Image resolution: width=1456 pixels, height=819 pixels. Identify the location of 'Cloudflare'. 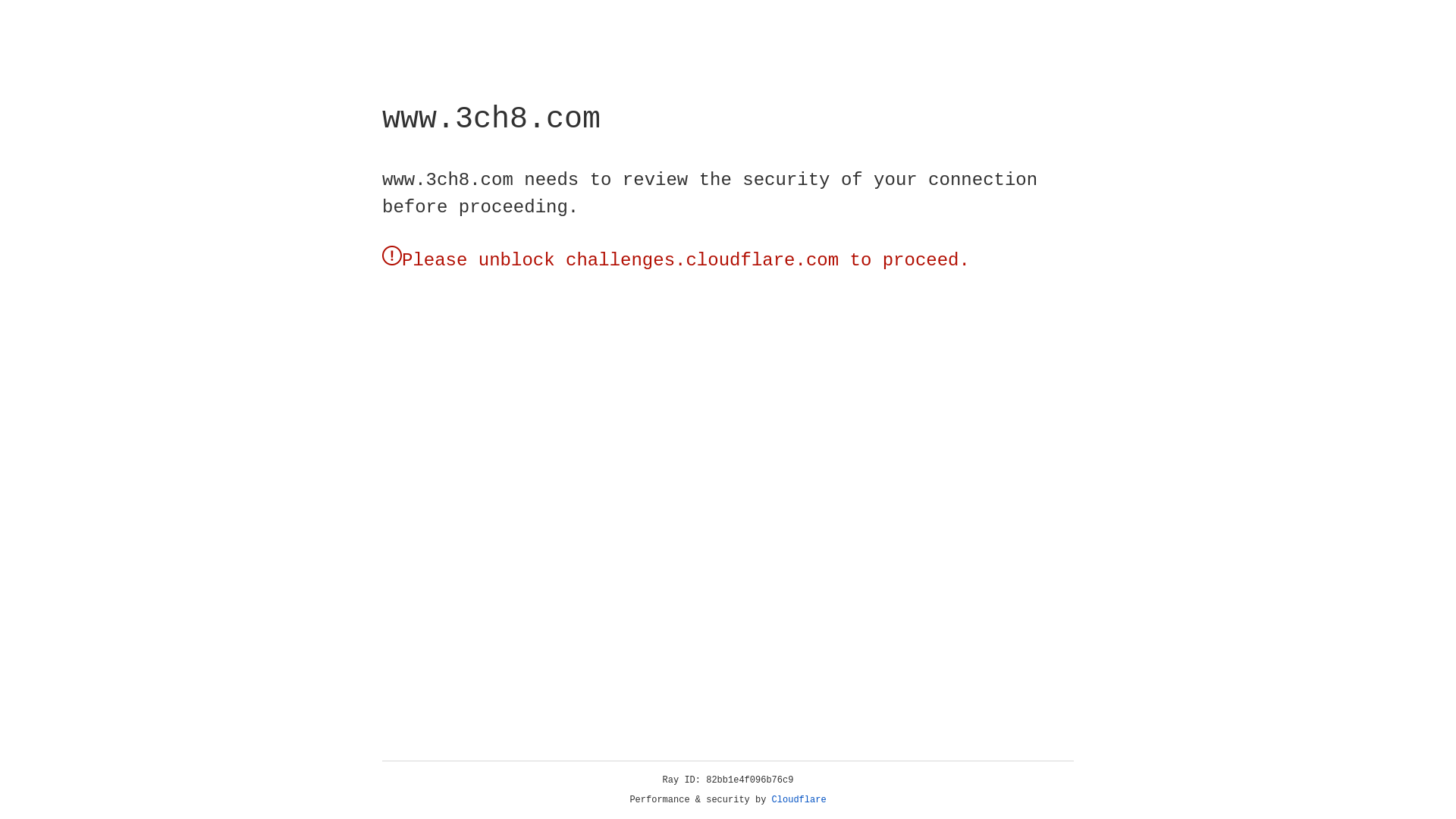
(799, 799).